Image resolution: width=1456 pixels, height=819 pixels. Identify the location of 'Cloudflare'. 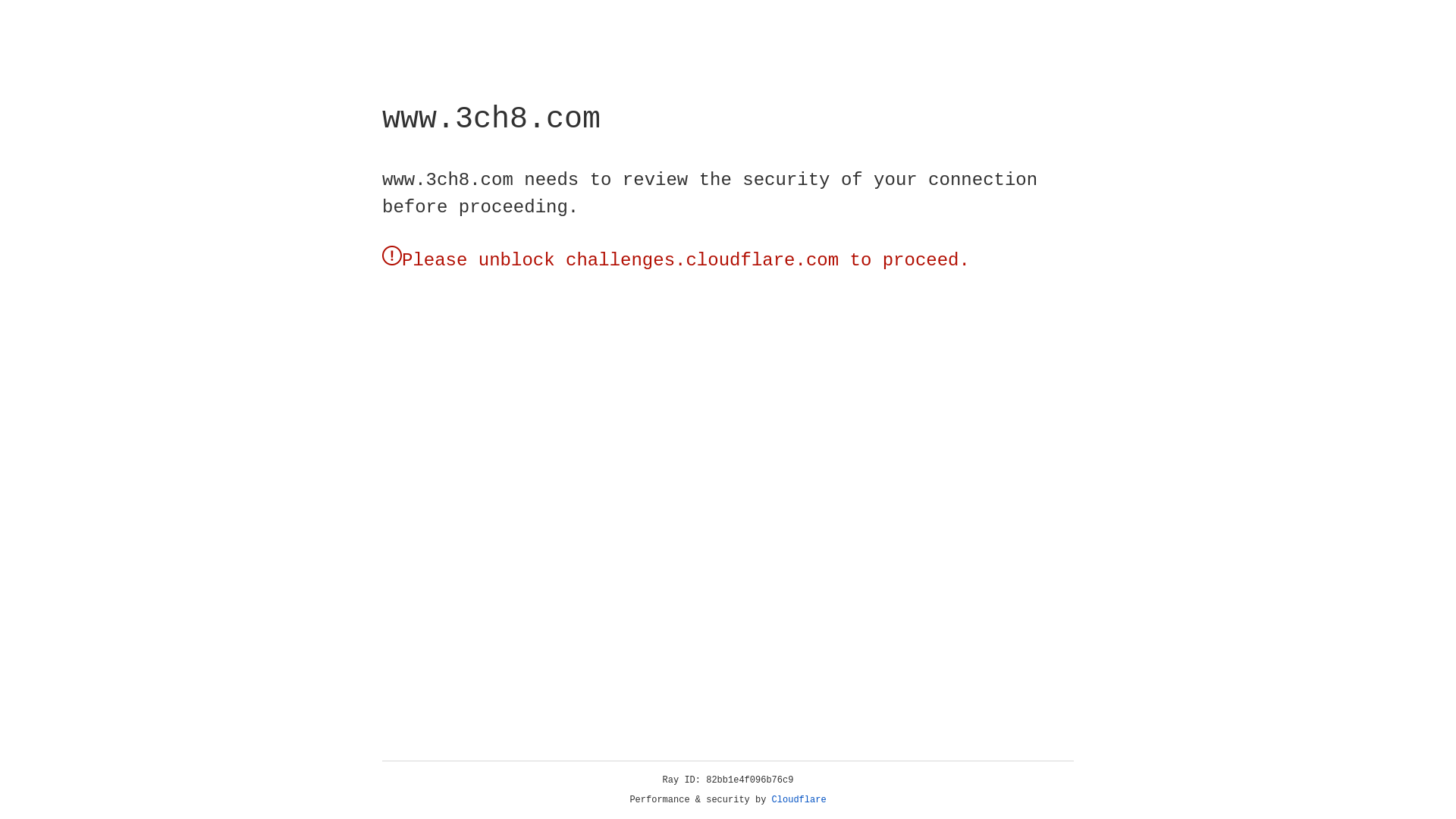
(799, 799).